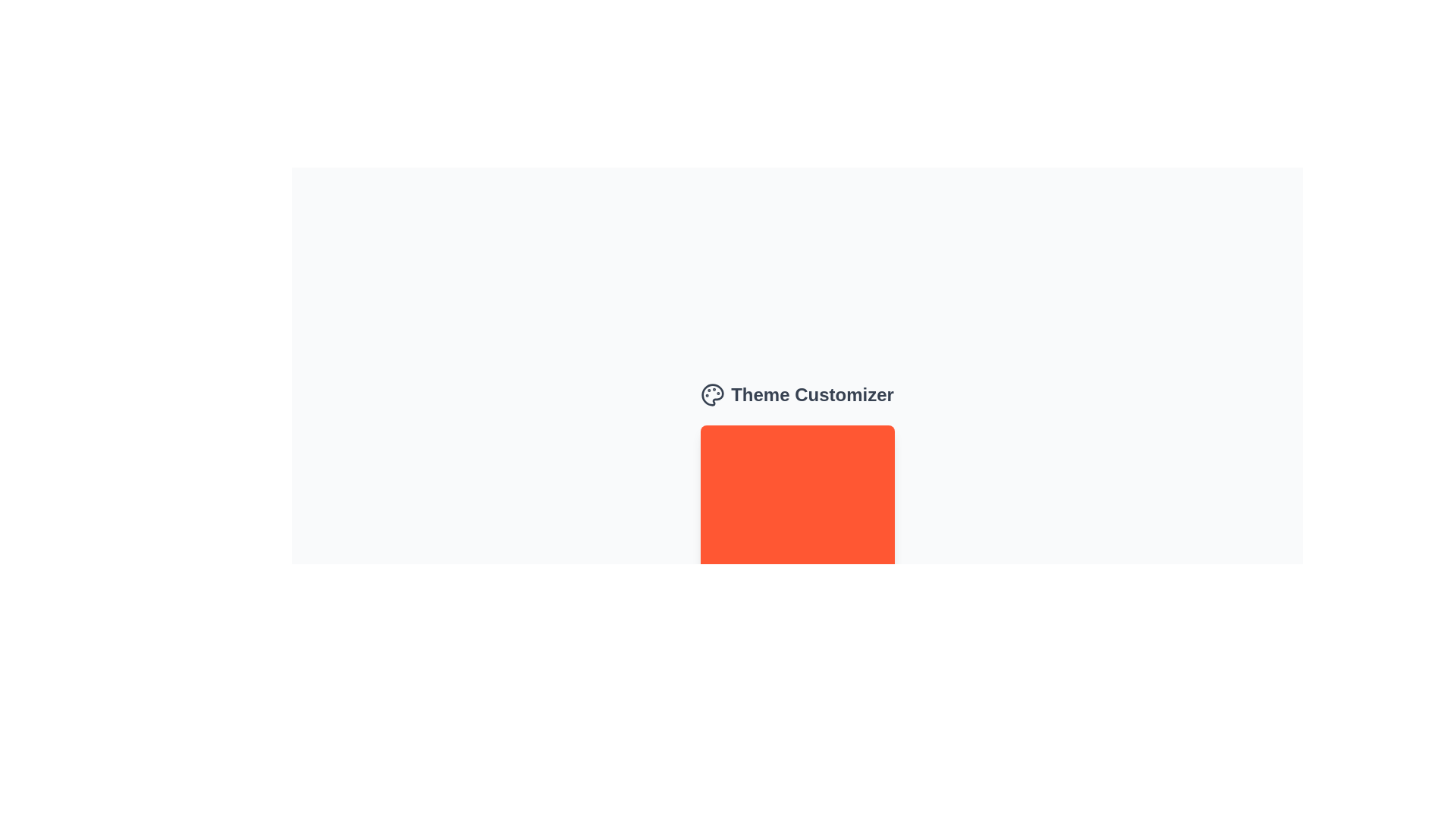 The image size is (1456, 819). I want to click on the artistic tool icon, which resembles an artist's palette and is positioned, so click(712, 394).